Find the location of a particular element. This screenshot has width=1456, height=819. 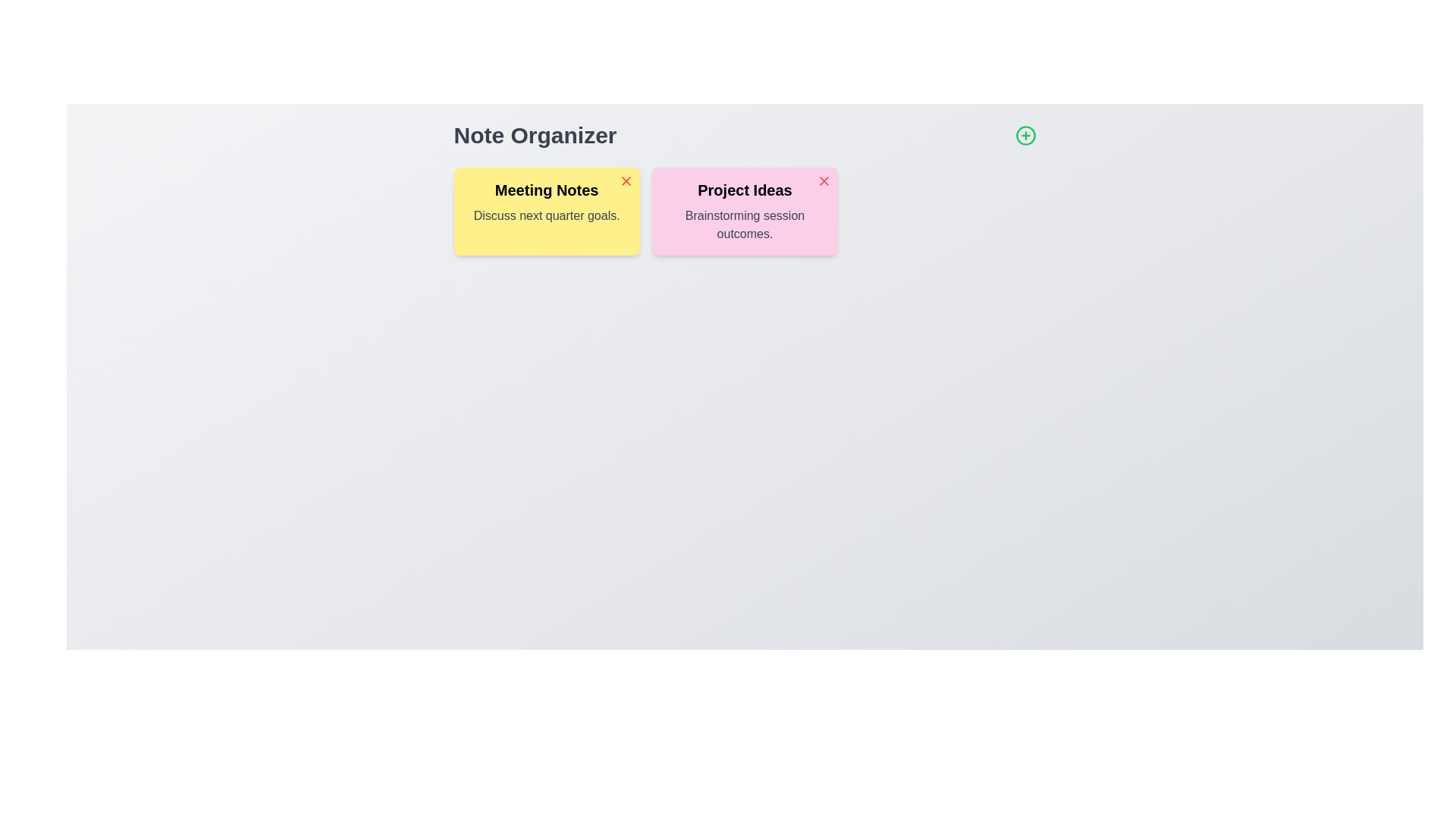

the Close/Delete button, which is a red cross-shaped icon located at the top-right corner of the 'Project Ideas' card is located at coordinates (824, 180).